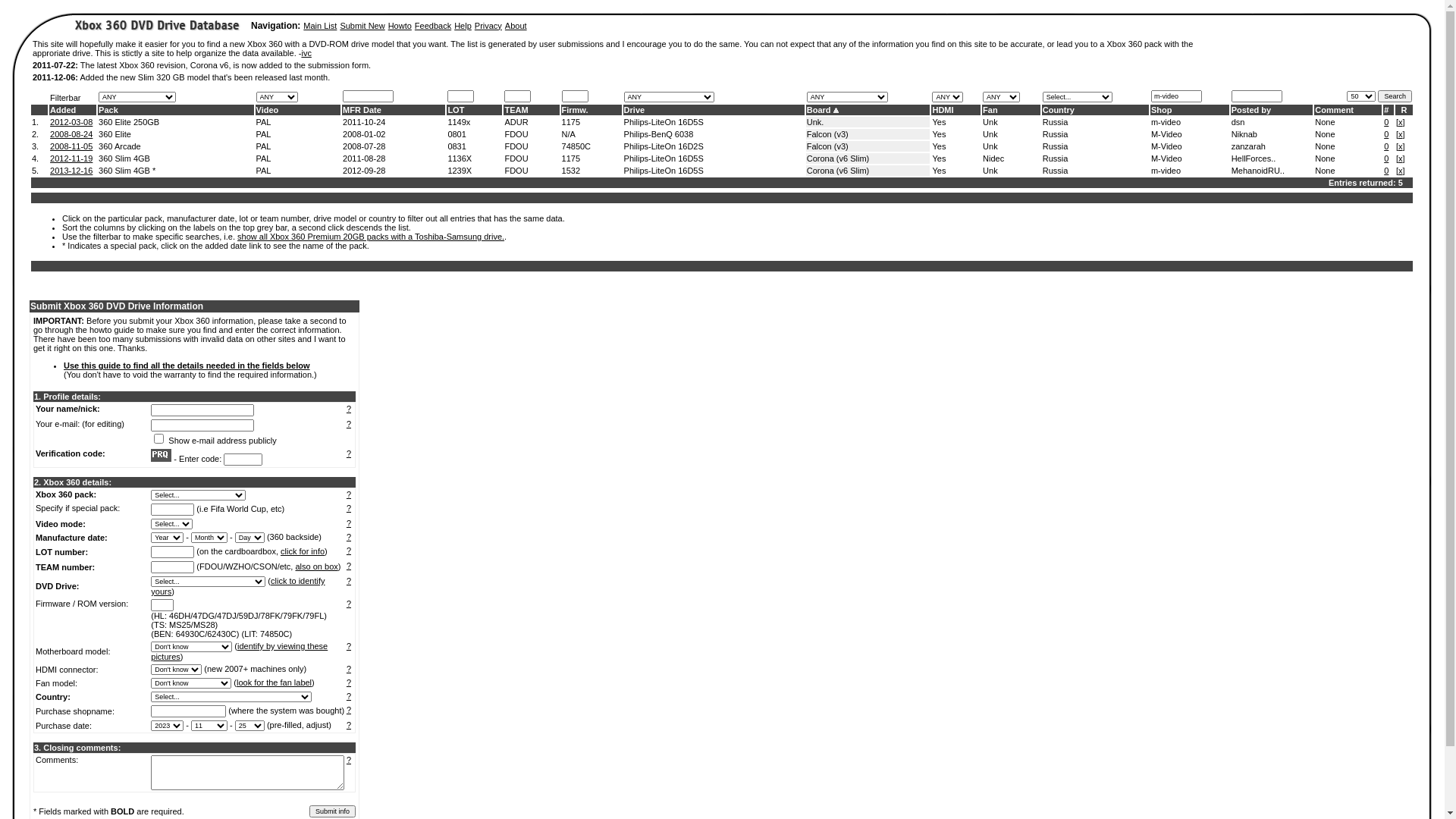  What do you see at coordinates (1400, 146) in the screenshot?
I see `'x'` at bounding box center [1400, 146].